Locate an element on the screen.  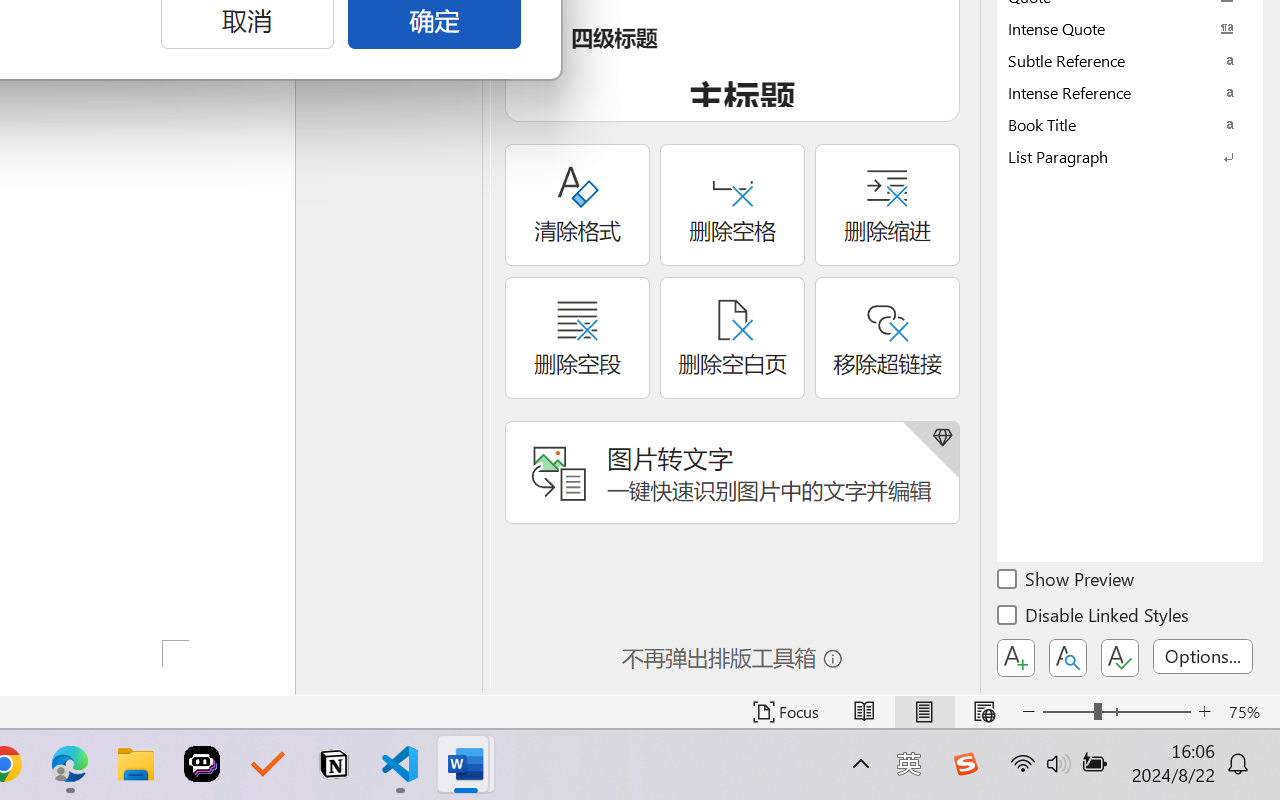
'Zoom' is located at coordinates (1115, 711).